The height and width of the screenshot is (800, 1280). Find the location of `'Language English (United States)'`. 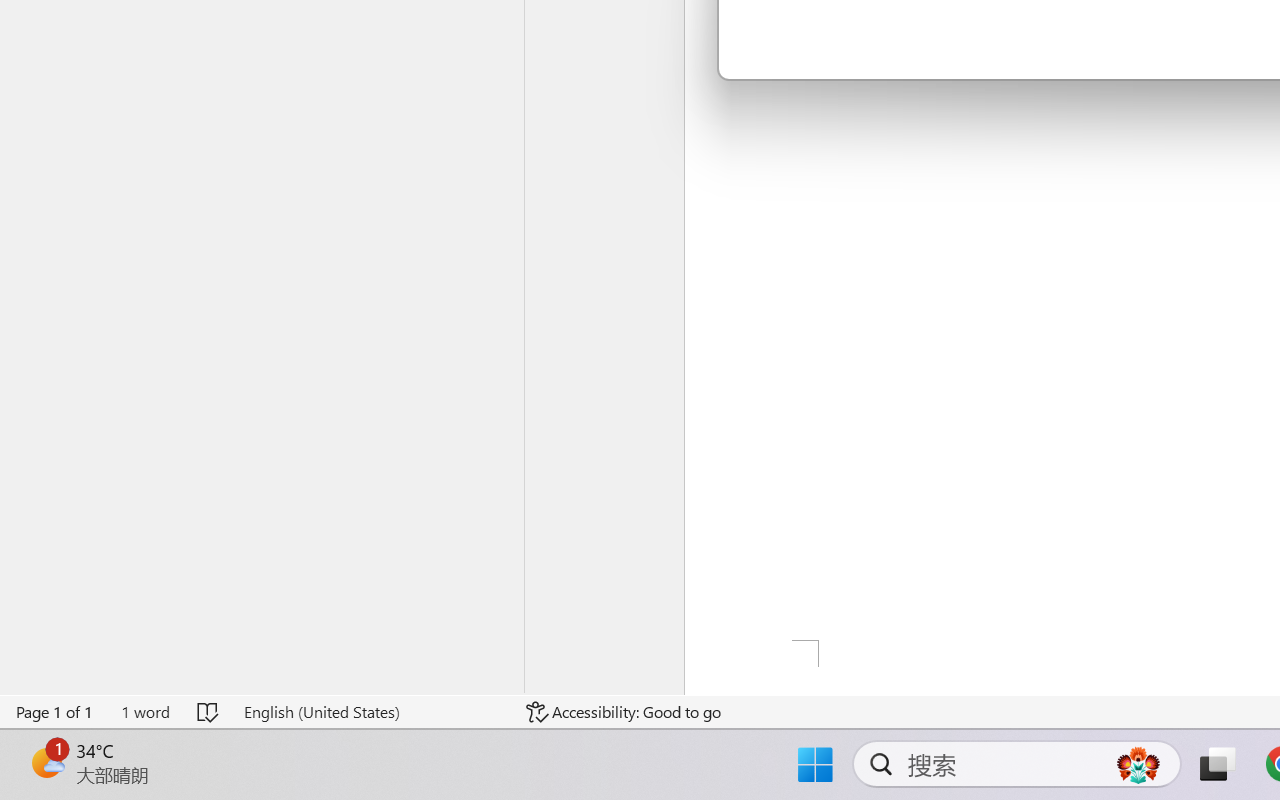

'Language English (United States)' is located at coordinates (371, 711).